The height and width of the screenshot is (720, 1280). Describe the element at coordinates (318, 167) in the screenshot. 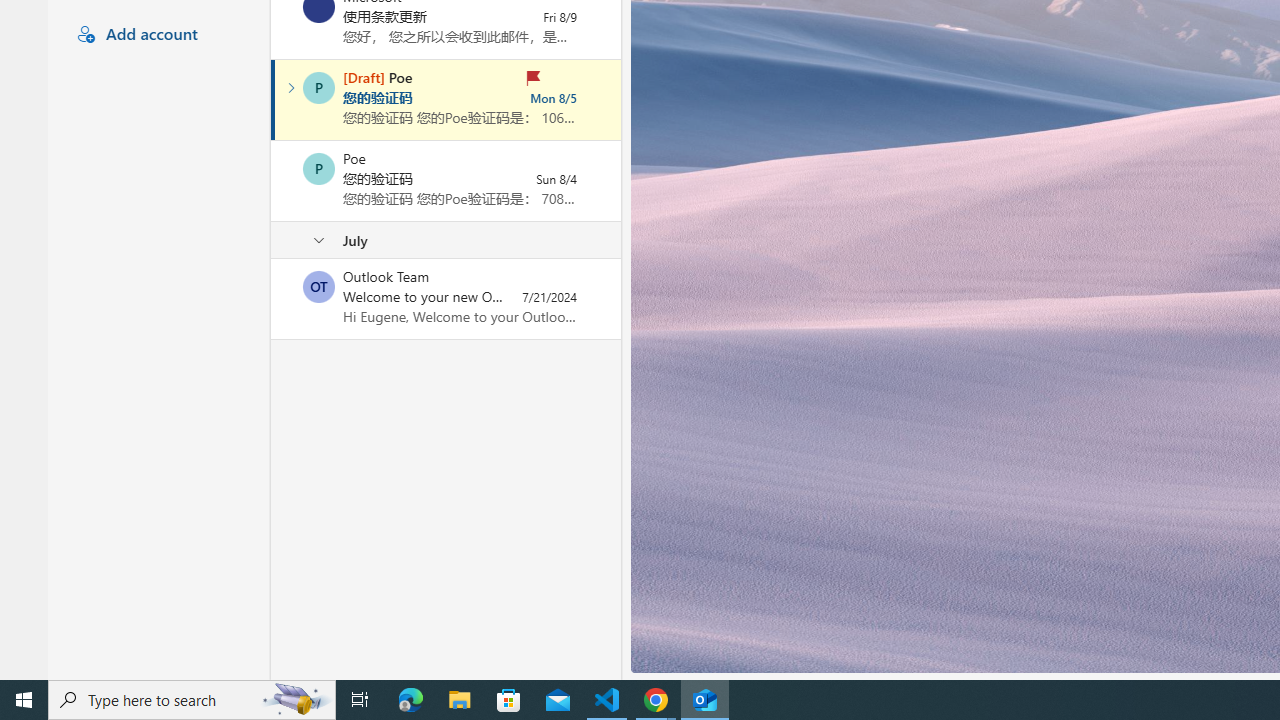

I see `'Poe'` at that location.